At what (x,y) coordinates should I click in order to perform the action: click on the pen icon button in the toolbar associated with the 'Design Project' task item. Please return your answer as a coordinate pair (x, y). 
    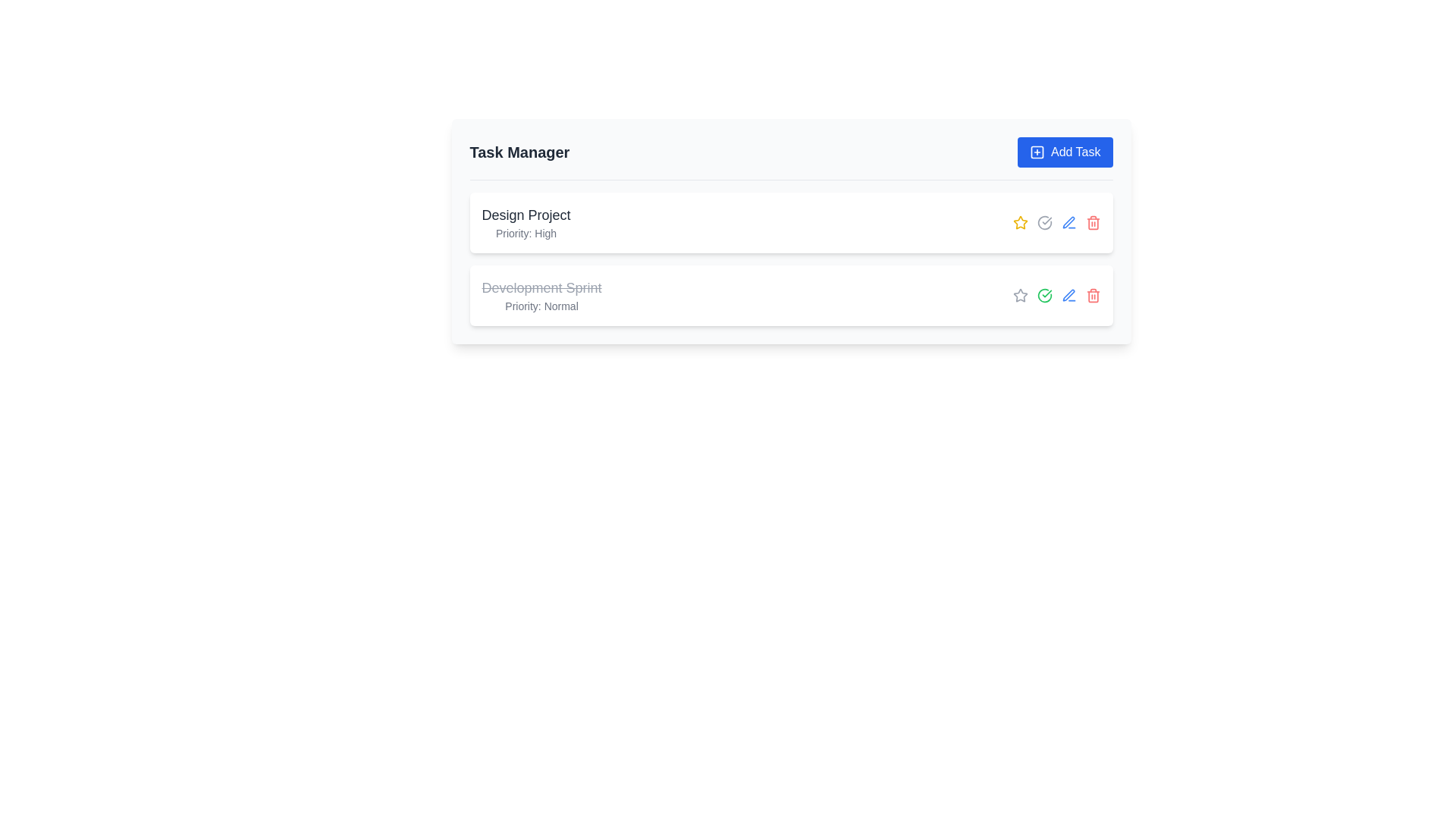
    Looking at the image, I should click on (1068, 222).